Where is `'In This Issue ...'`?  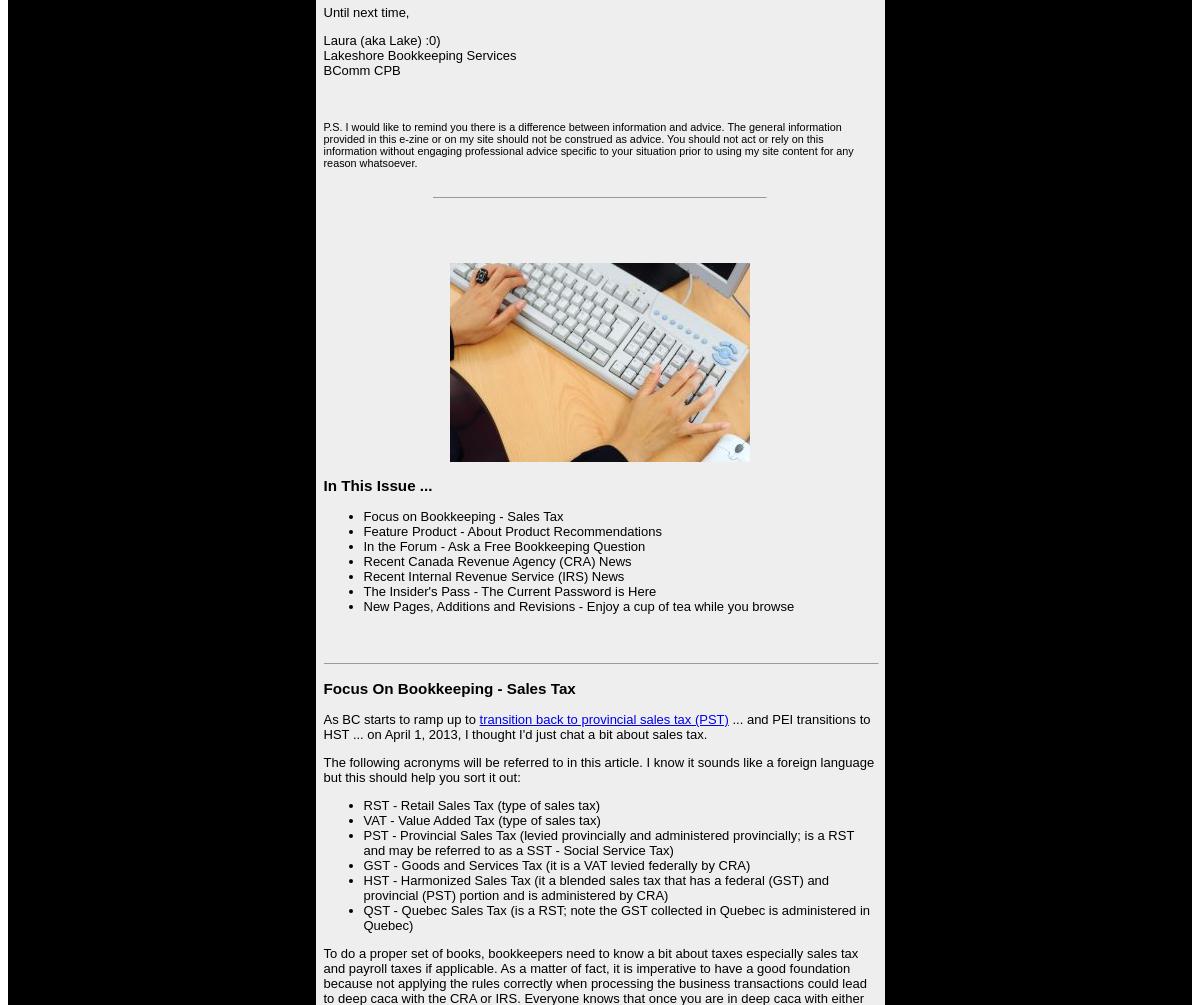 'In This Issue ...' is located at coordinates (323, 484).